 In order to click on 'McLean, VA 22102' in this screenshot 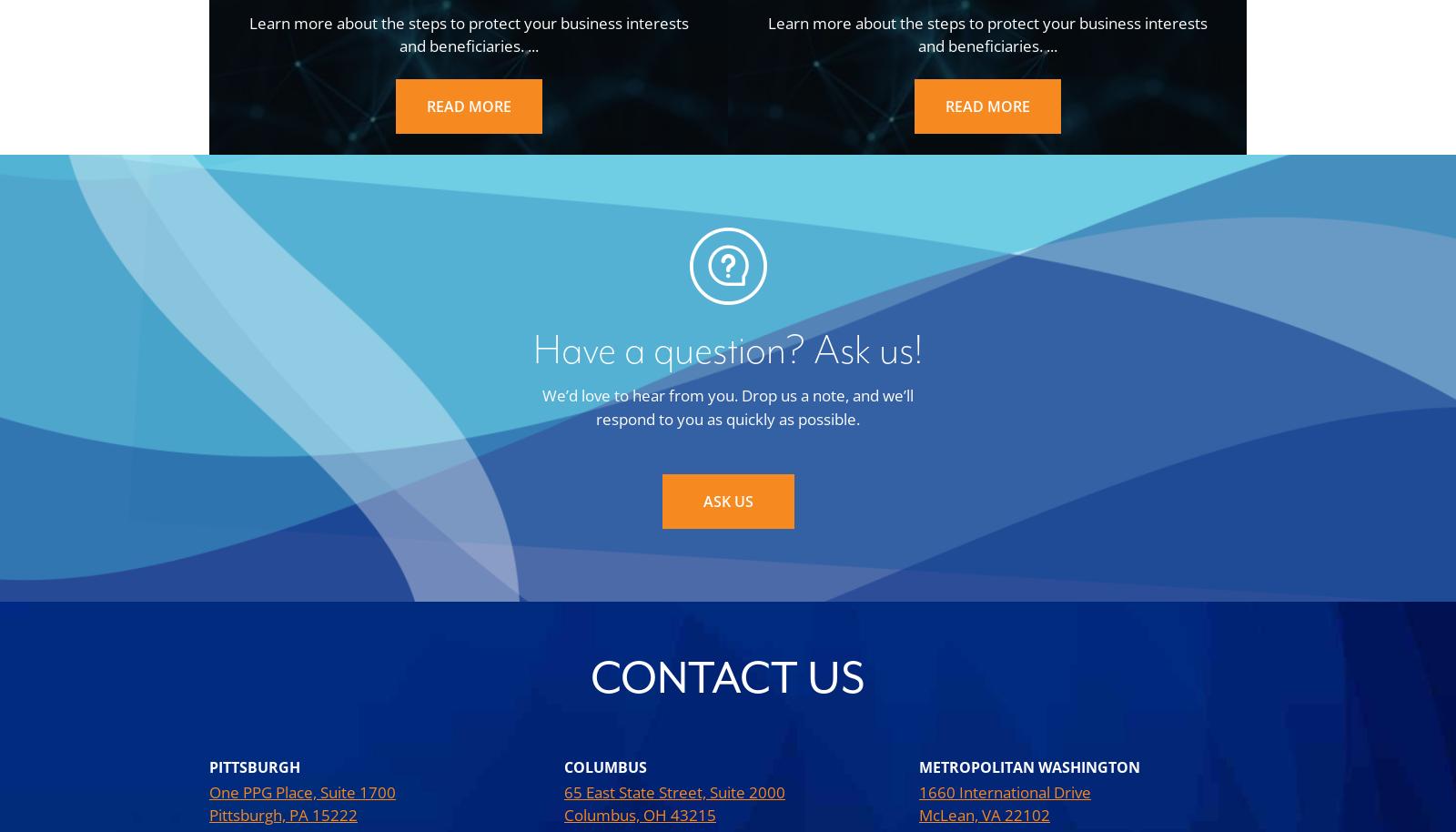, I will do `click(985, 814)`.